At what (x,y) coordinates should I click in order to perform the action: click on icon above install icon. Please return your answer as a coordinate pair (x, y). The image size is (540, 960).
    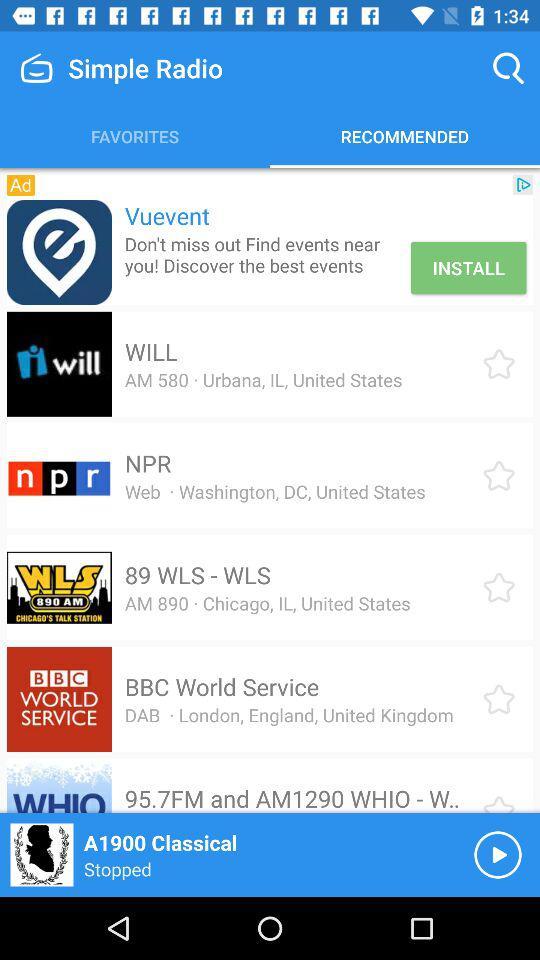
    Looking at the image, I should click on (523, 184).